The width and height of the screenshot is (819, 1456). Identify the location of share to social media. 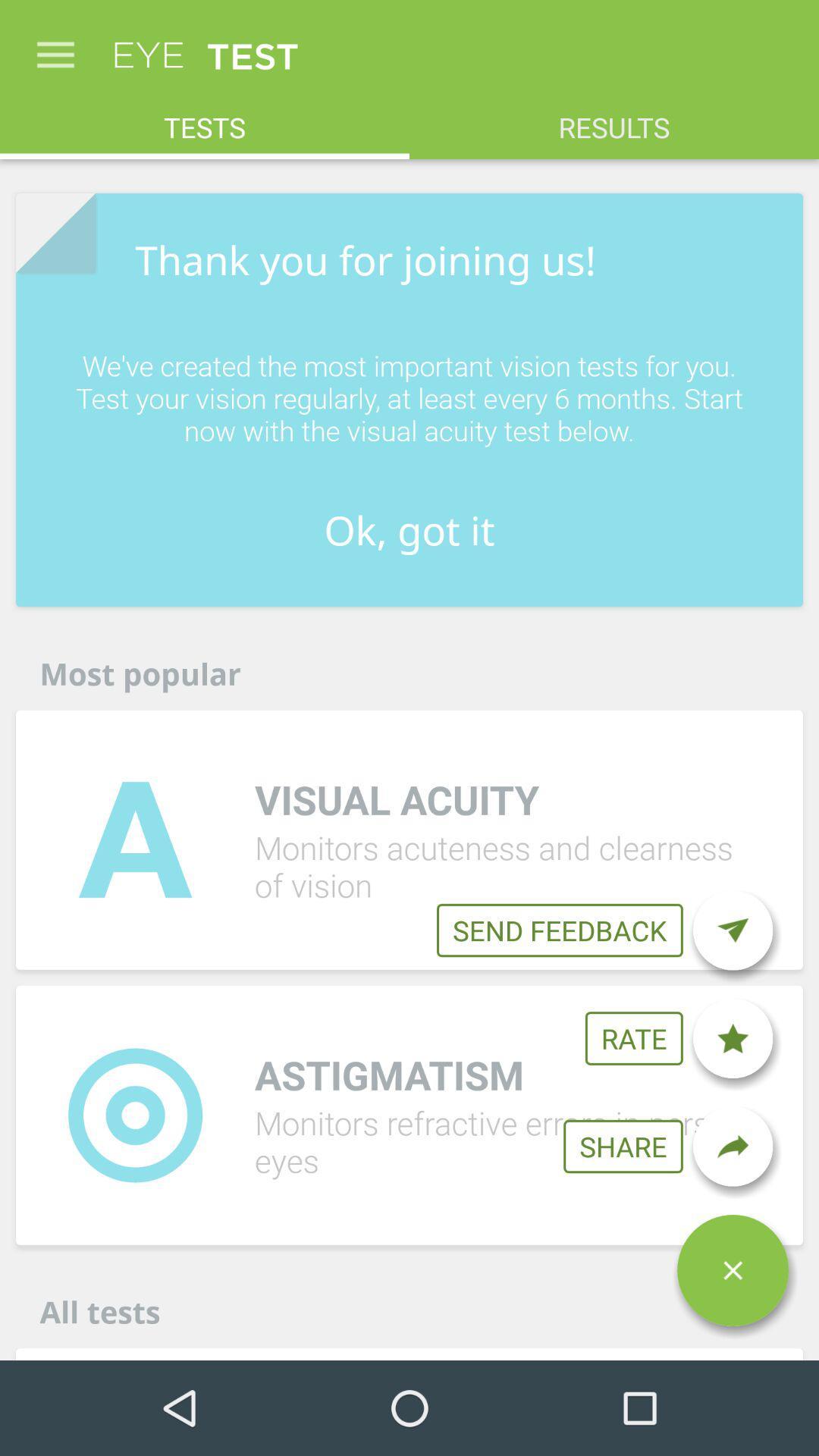
(732, 1147).